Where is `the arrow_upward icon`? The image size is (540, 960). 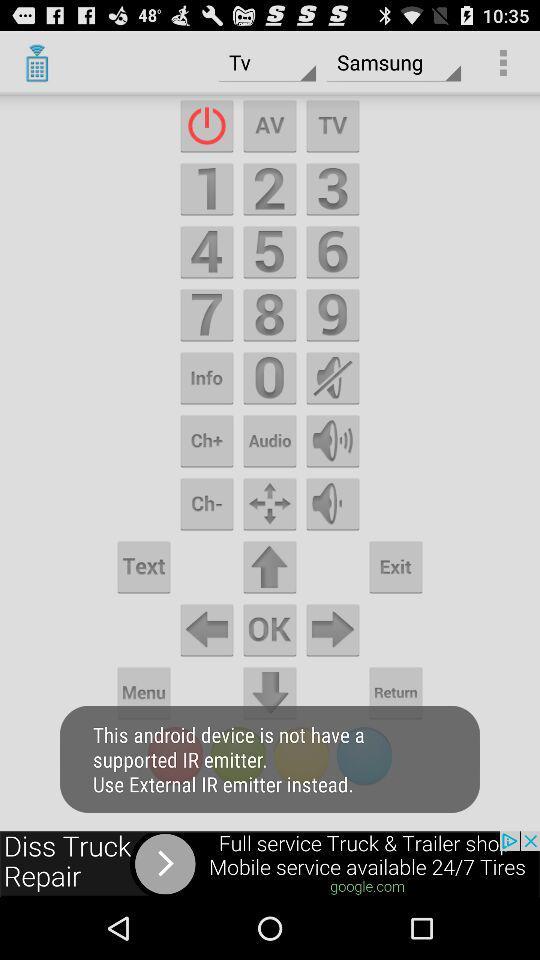 the arrow_upward icon is located at coordinates (270, 605).